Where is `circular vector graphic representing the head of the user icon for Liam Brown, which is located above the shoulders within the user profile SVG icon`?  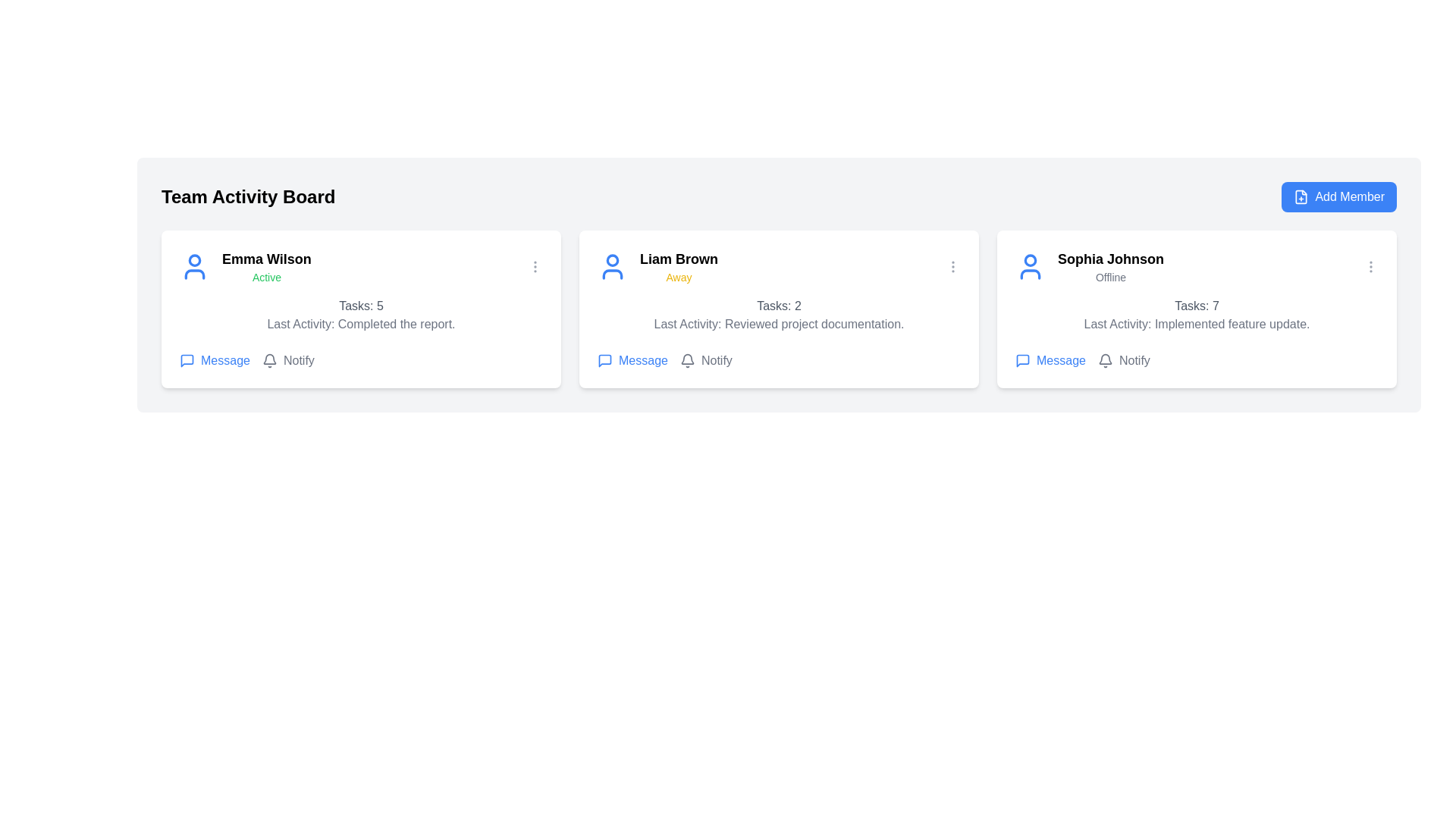
circular vector graphic representing the head of the user icon for Liam Brown, which is located above the shoulders within the user profile SVG icon is located at coordinates (612, 259).